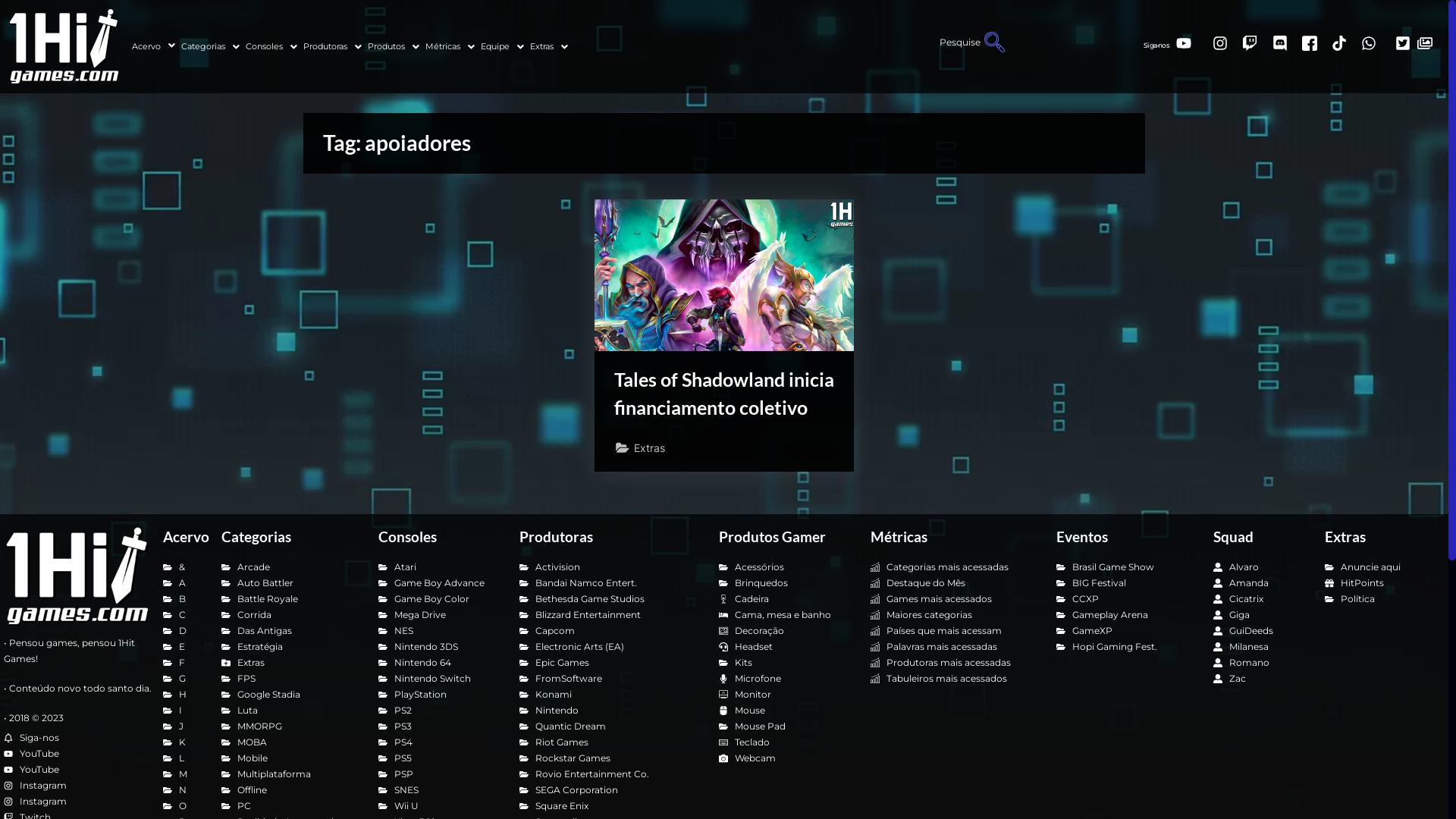  What do you see at coordinates (440, 741) in the screenshot?
I see `'PS4'` at bounding box center [440, 741].